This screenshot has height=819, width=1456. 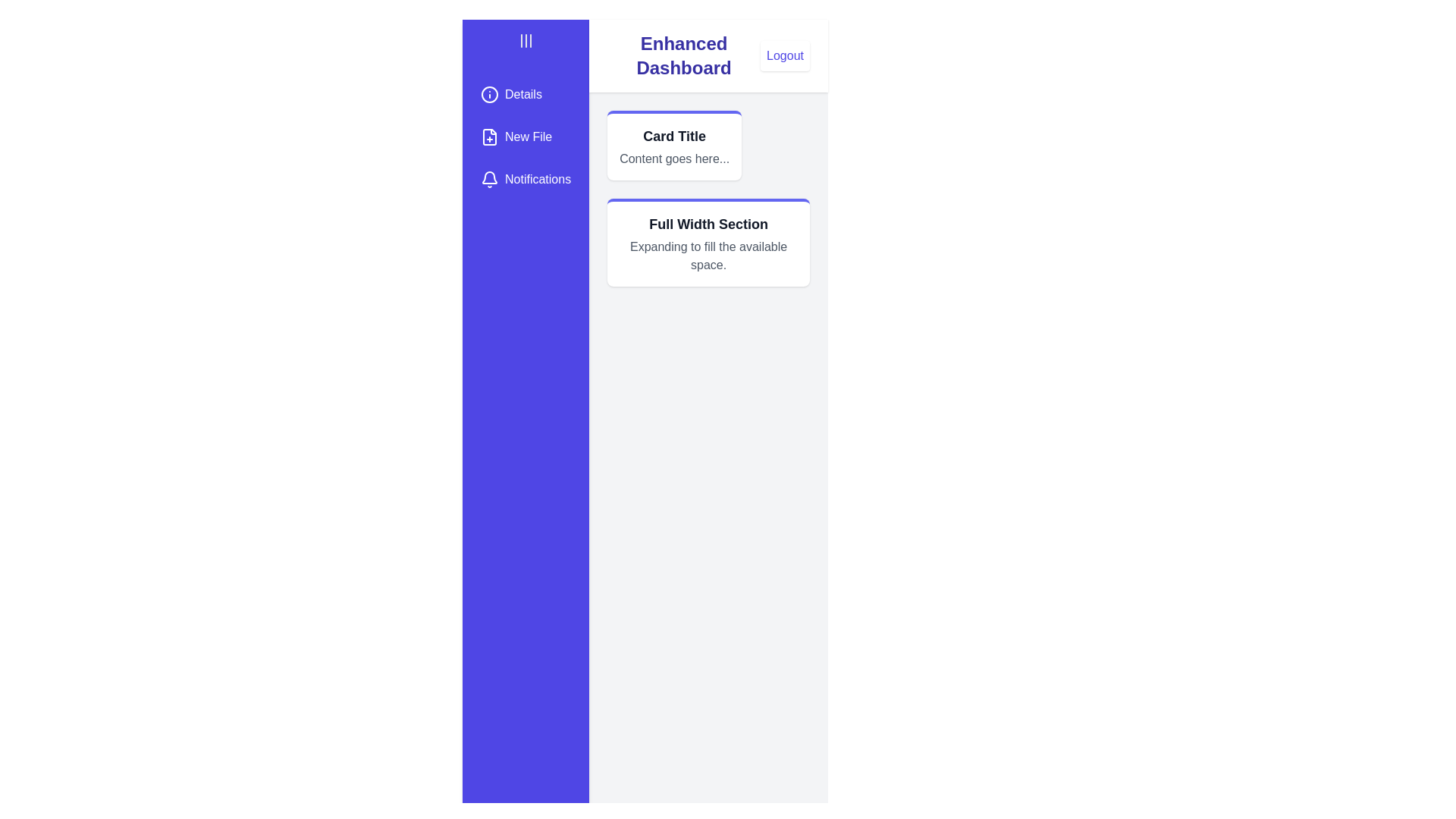 I want to click on the button in the left vertical menu panel, positioned below 'Details' and above 'Notifications', to initiate the new file creation process, so click(x=526, y=137).